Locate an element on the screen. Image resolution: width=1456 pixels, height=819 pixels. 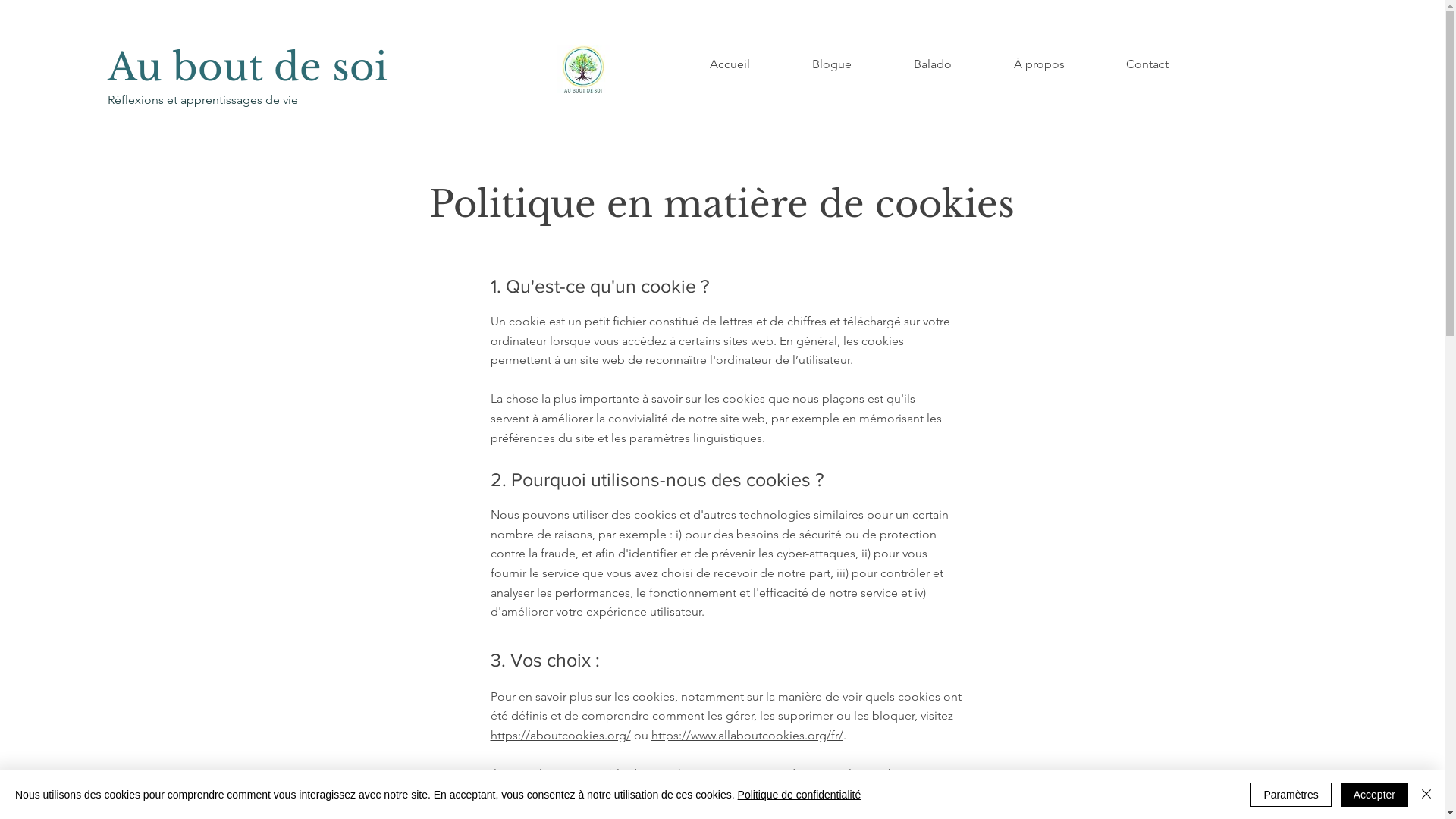
'Logo%20Au%20bout%20de%20soi-slogan-minia' is located at coordinates (582, 69).